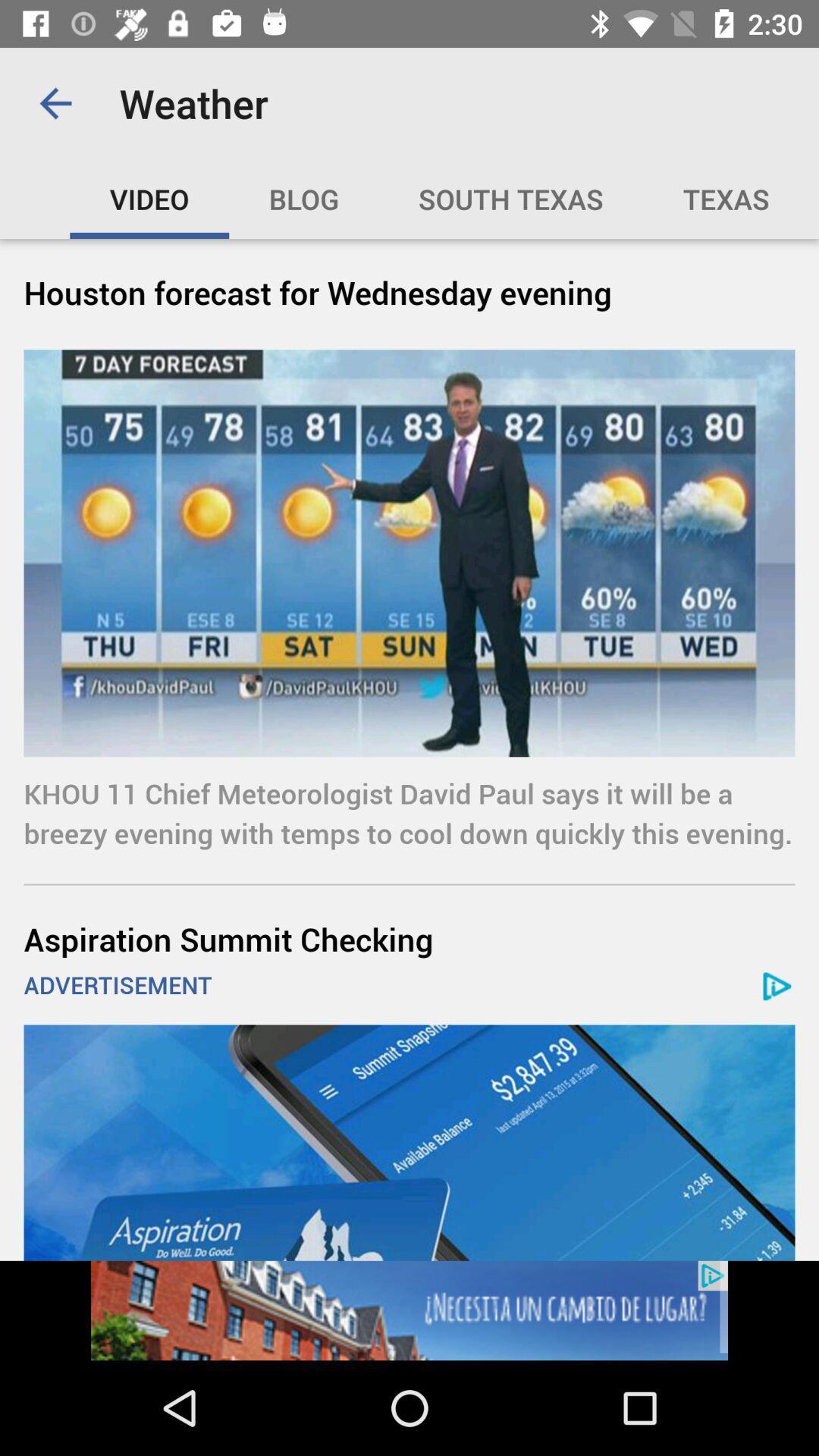 The height and width of the screenshot is (1456, 819). Describe the element at coordinates (409, 1310) in the screenshot. I see `selected advertisement` at that location.